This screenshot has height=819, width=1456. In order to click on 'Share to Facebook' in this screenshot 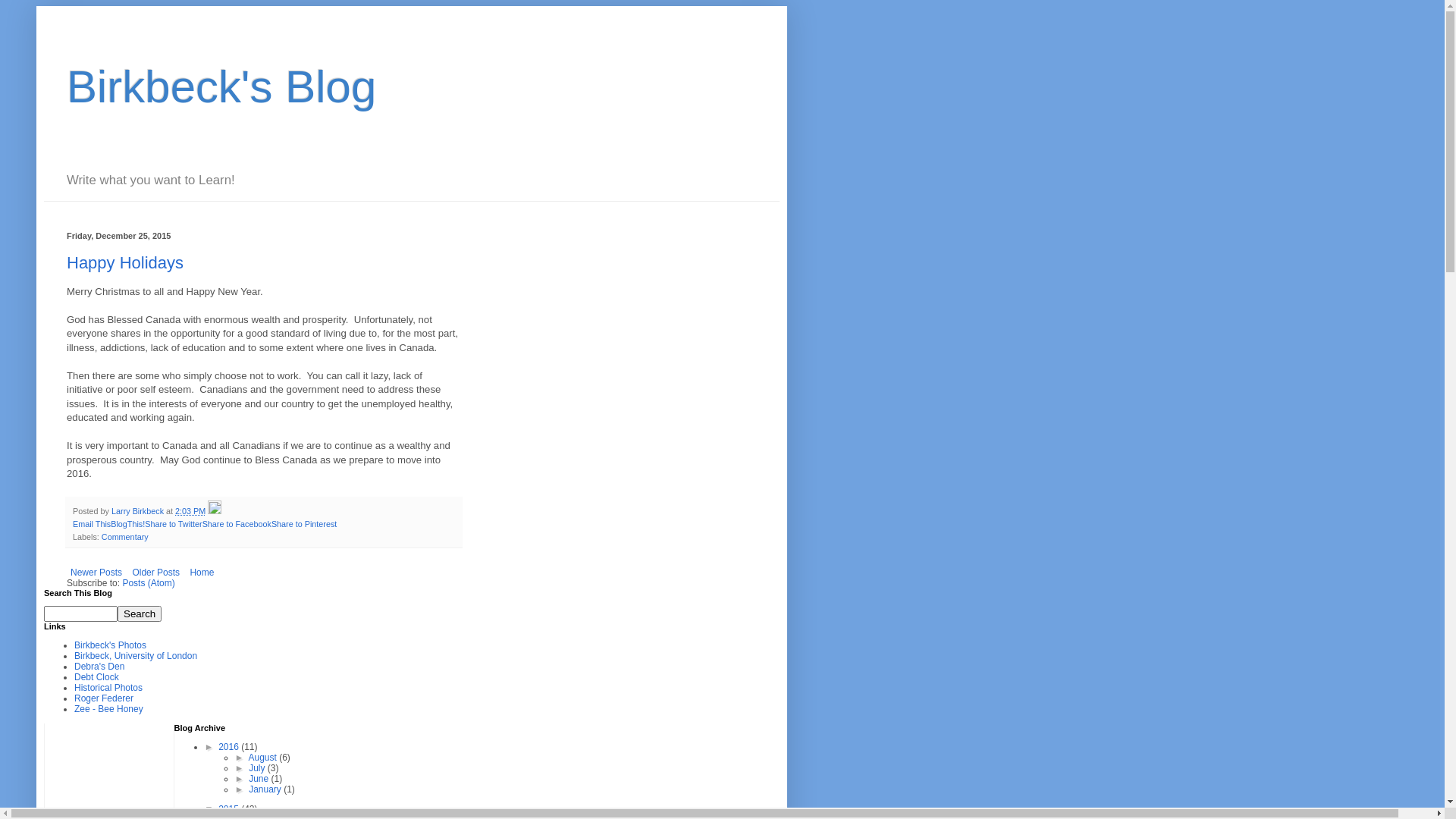, I will do `click(236, 522)`.